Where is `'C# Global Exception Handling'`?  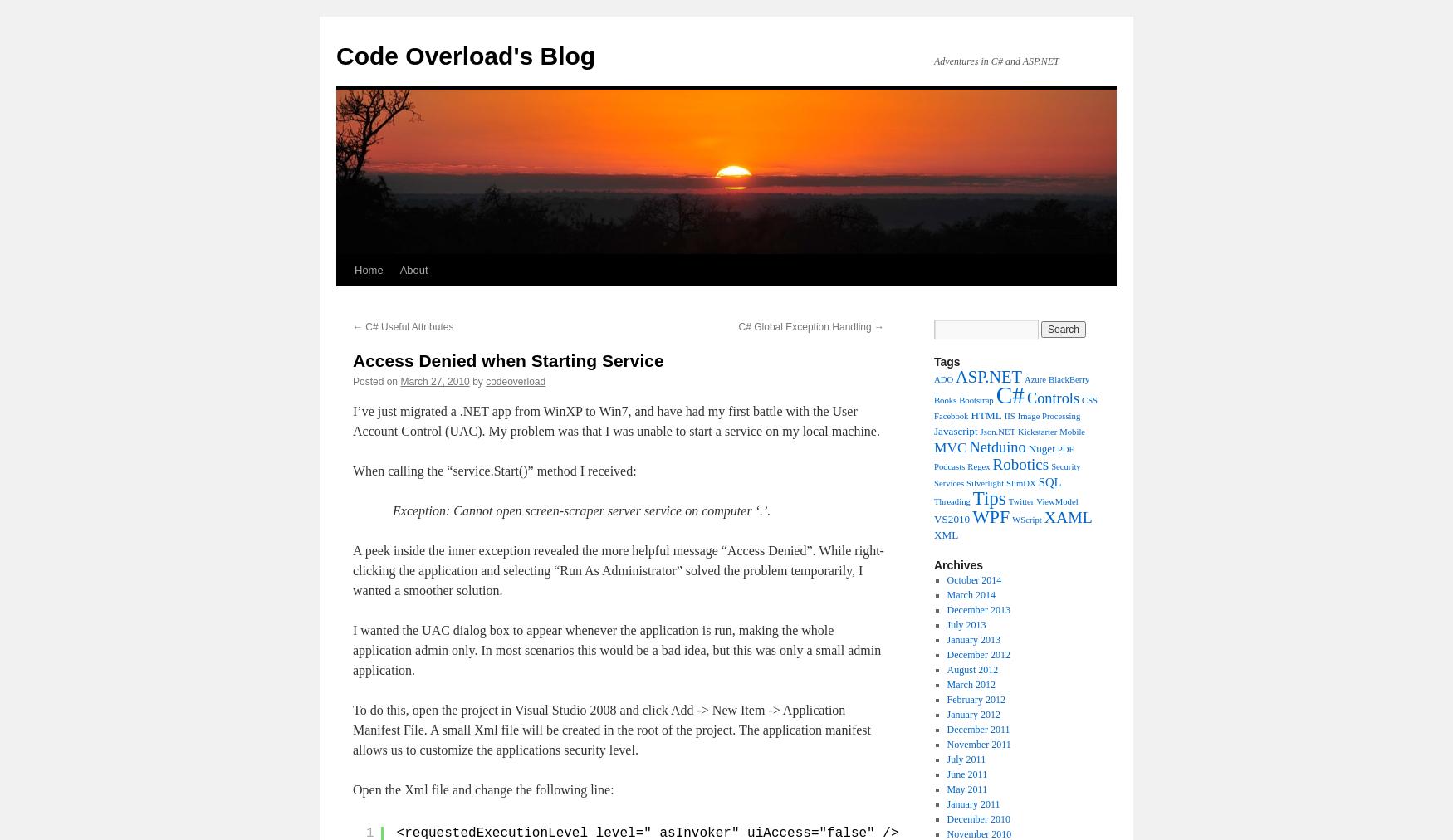
'C# Global Exception Handling' is located at coordinates (806, 326).